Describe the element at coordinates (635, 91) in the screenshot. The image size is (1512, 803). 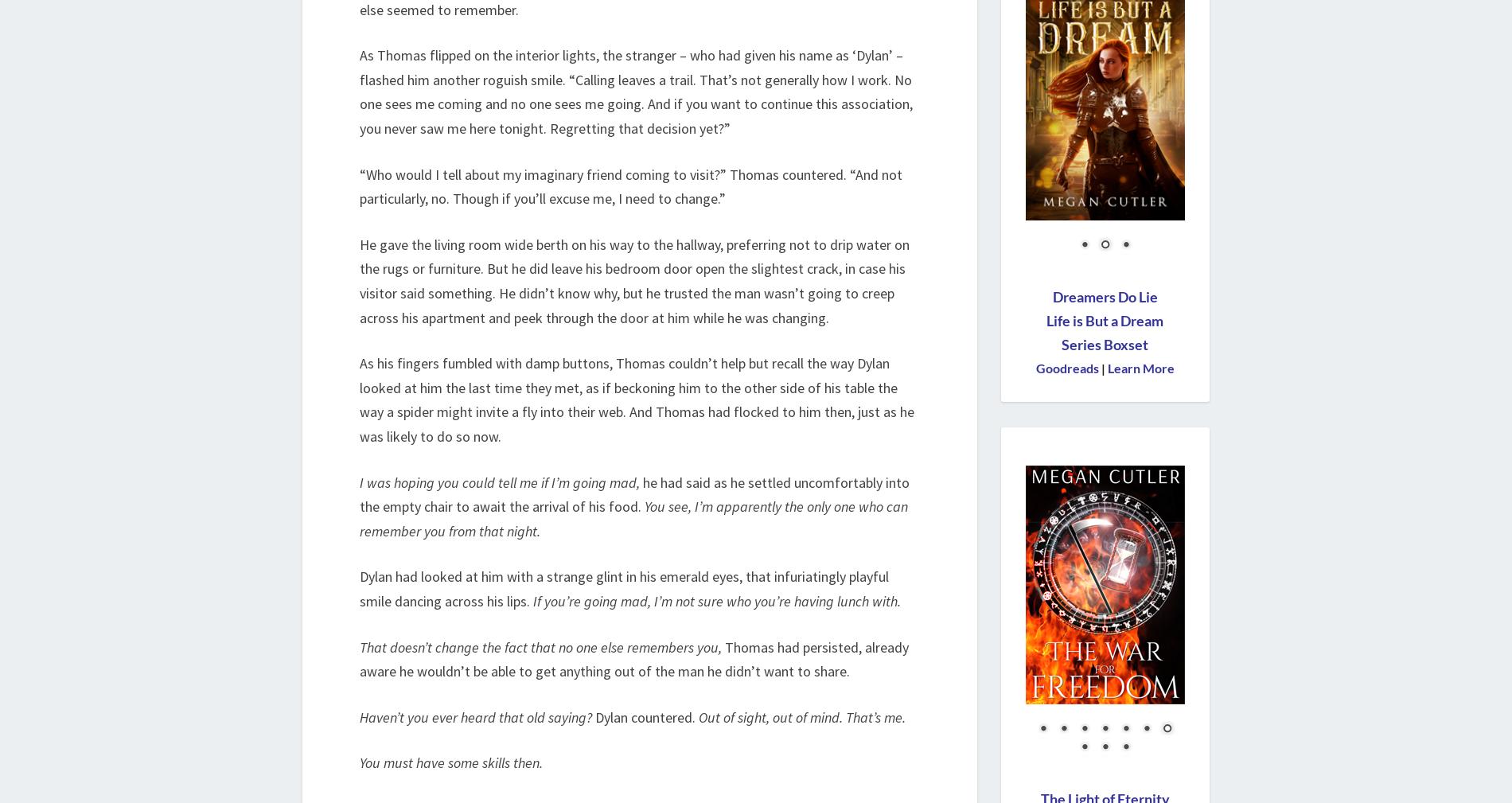
I see `'As Thomas flipped on the interior lights, the stranger – who had given his name as ‘Dylan’ –  flashed him another roguish smile. “Calling leaves a trail. That’s not generally how I work. No one sees me coming and no one sees me going. And if you want to continue this association, you never saw me here tonight. Regretting that decision yet?”'` at that location.